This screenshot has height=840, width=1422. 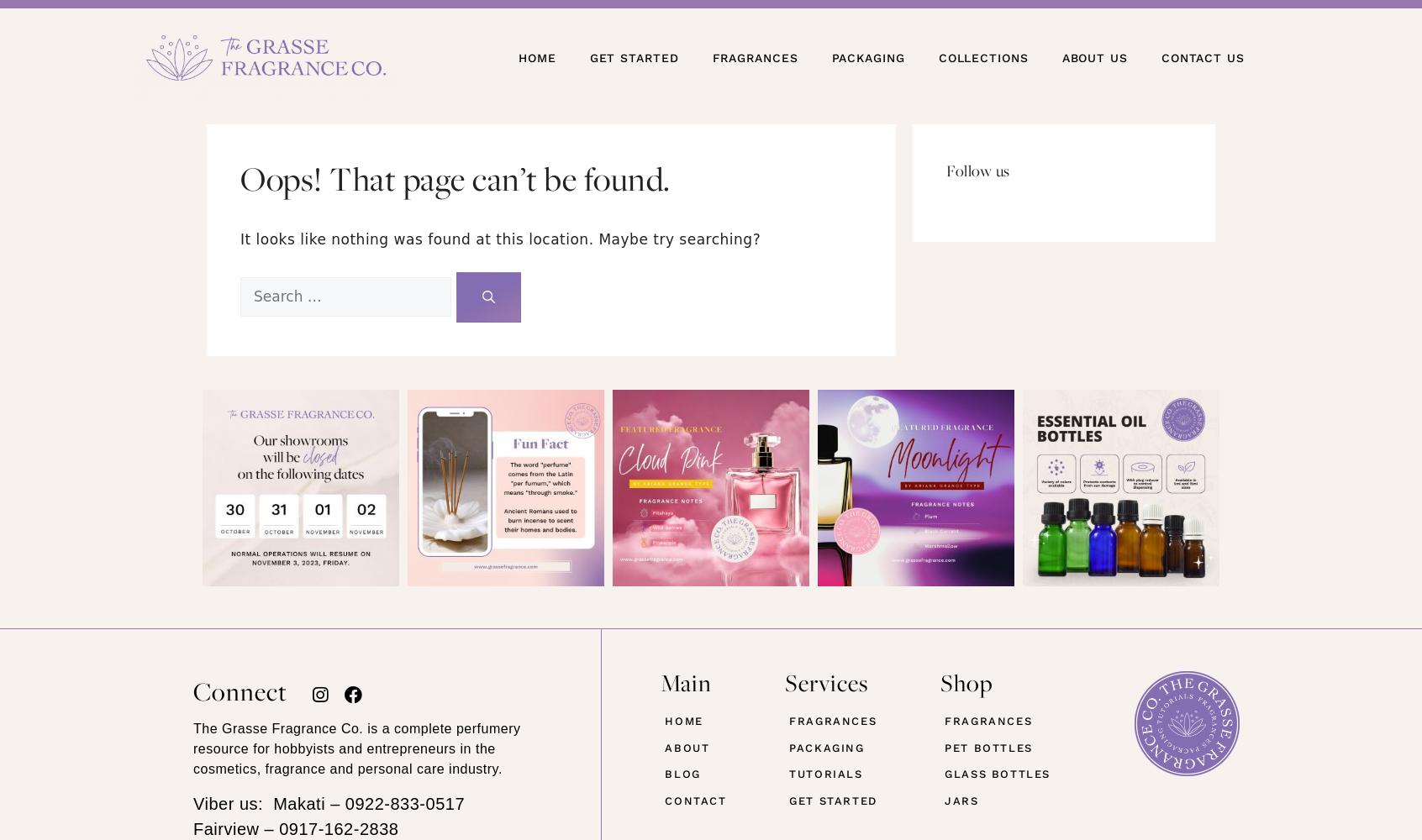 What do you see at coordinates (682, 774) in the screenshot?
I see `'BLOG'` at bounding box center [682, 774].